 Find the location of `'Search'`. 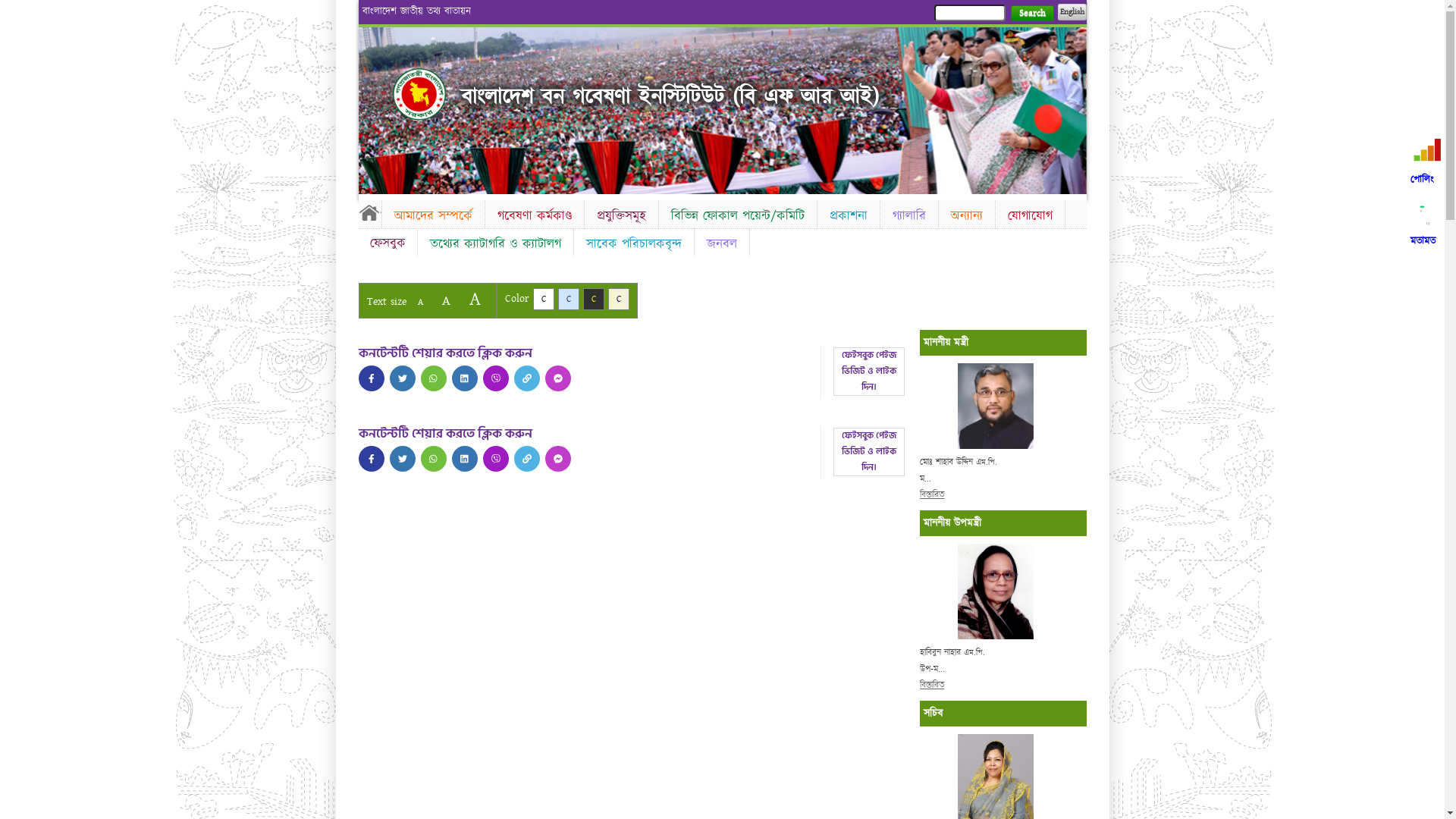

'Search' is located at coordinates (1031, 13).